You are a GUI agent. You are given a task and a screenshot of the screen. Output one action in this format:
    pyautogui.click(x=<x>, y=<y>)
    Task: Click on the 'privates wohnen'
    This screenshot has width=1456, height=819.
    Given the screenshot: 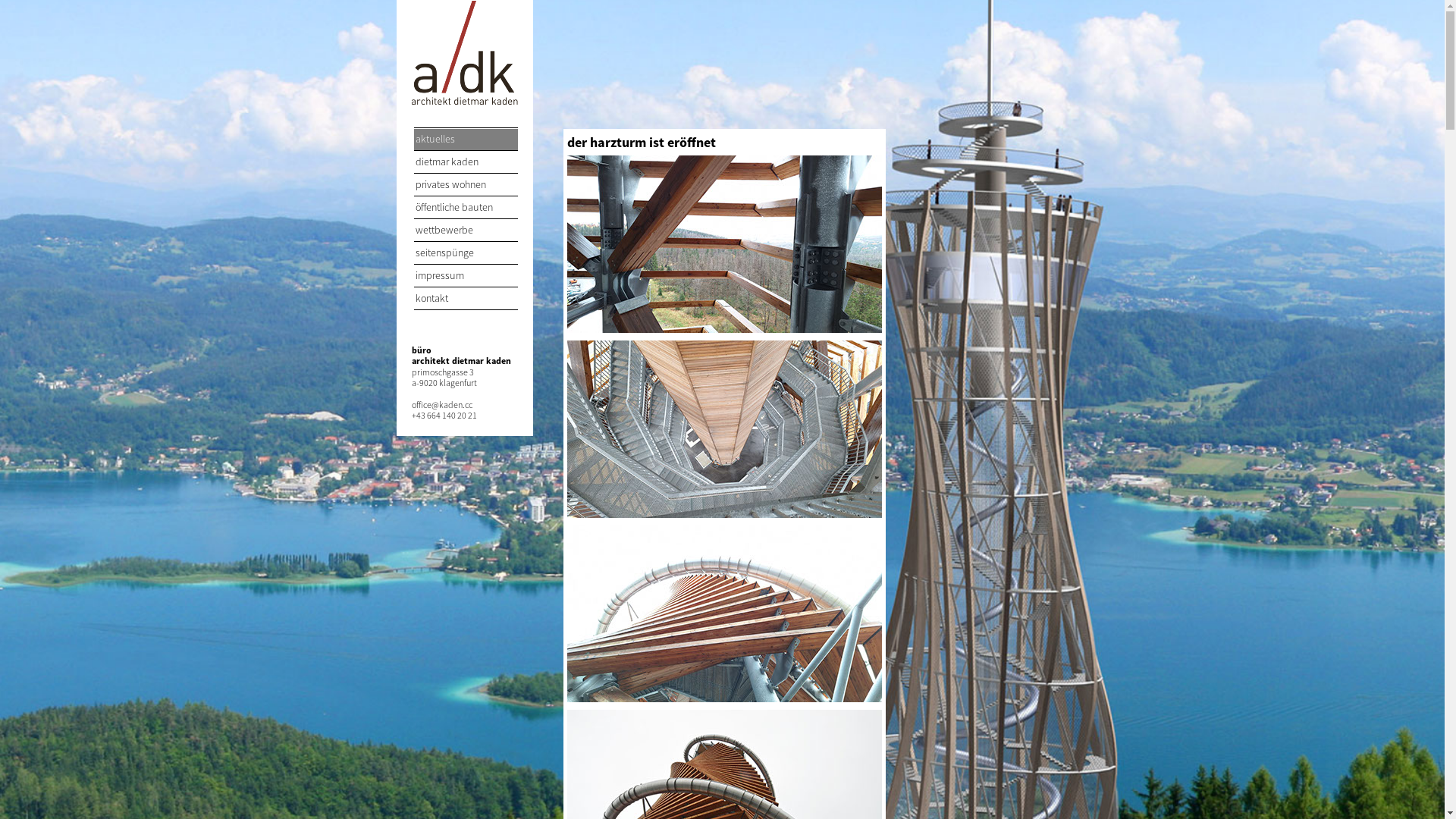 What is the action you would take?
    pyautogui.click(x=465, y=184)
    